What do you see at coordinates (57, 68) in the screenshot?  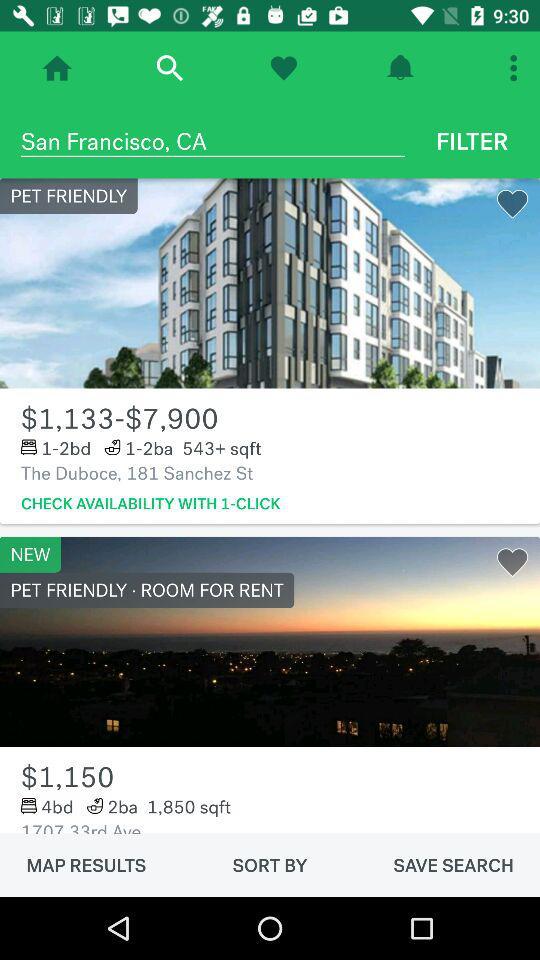 I see `go home` at bounding box center [57, 68].